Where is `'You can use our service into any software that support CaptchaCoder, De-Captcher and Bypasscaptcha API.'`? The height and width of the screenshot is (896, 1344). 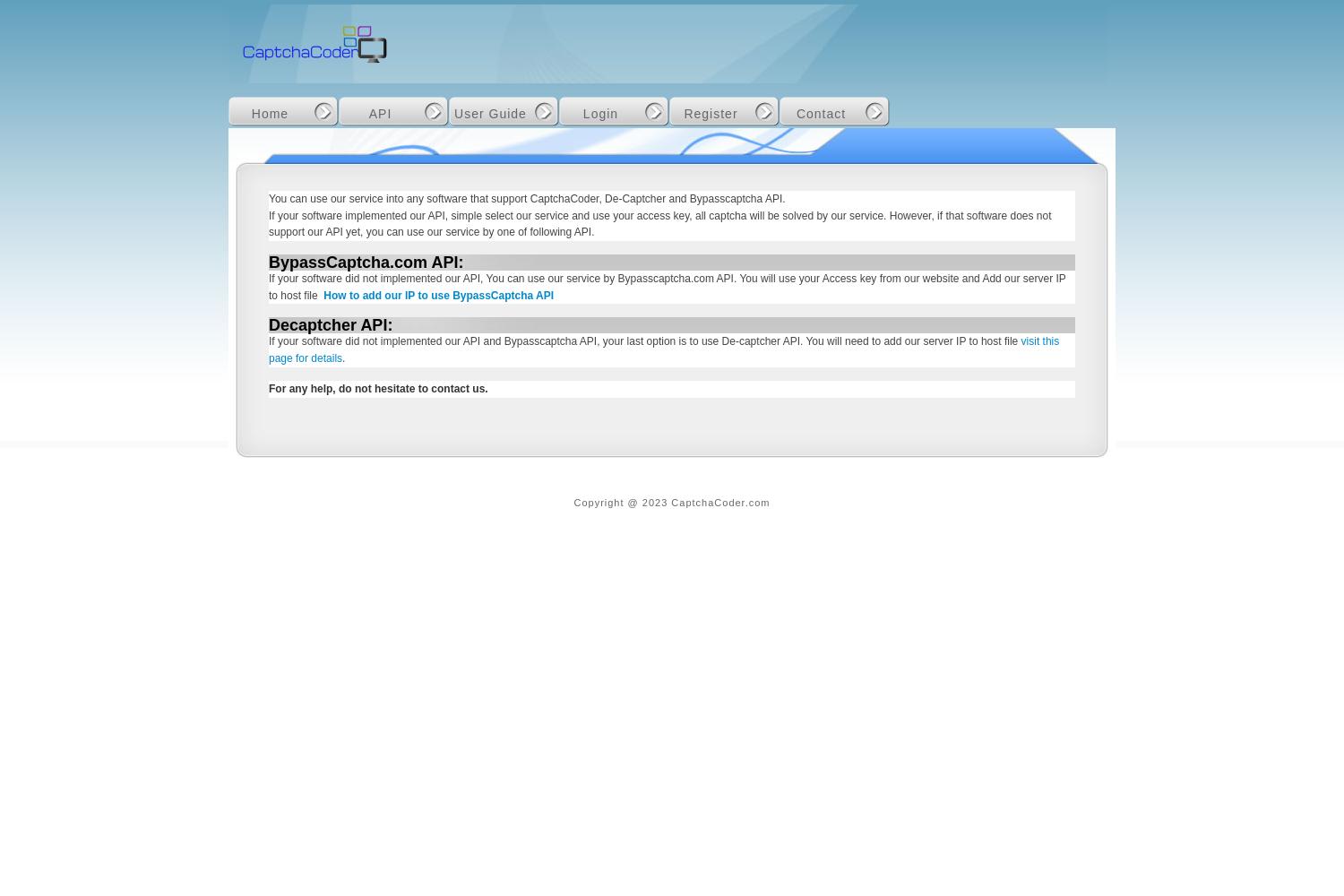
'You can use our service into any software that support CaptchaCoder, De-Captcher and Bypasscaptcha API.' is located at coordinates (526, 198).